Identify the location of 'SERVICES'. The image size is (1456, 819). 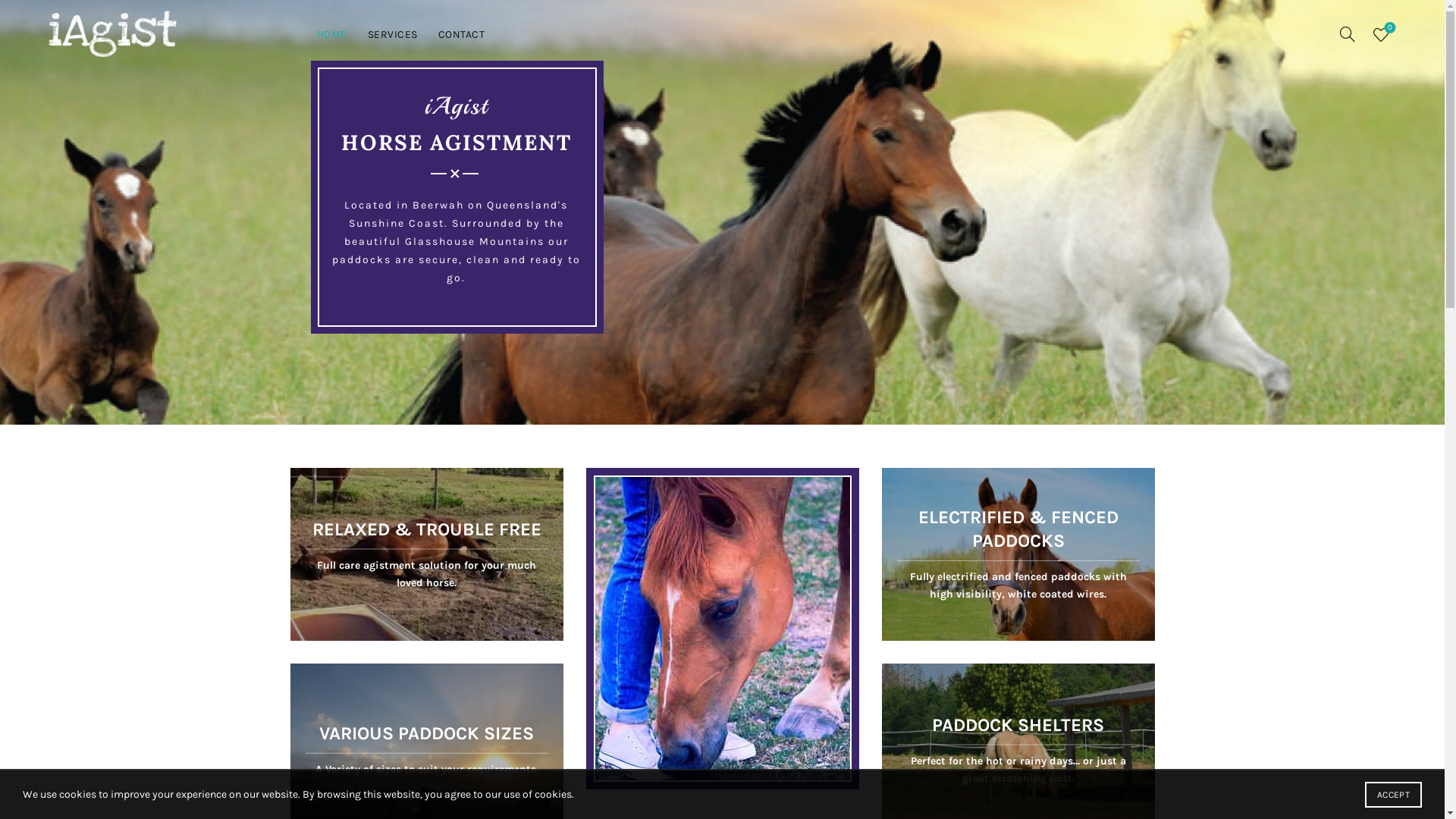
(393, 34).